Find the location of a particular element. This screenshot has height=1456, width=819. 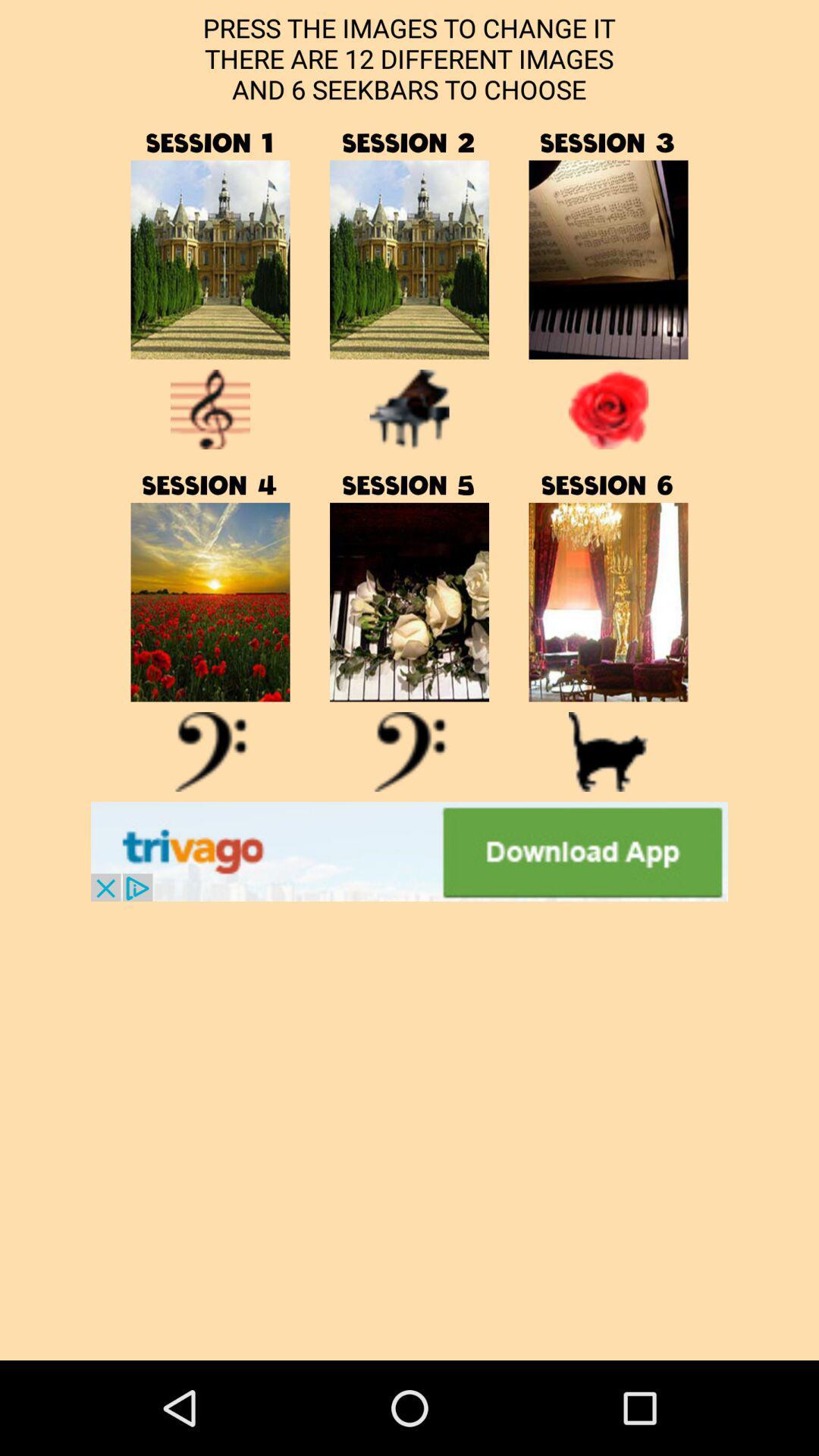

open is located at coordinates (409, 852).